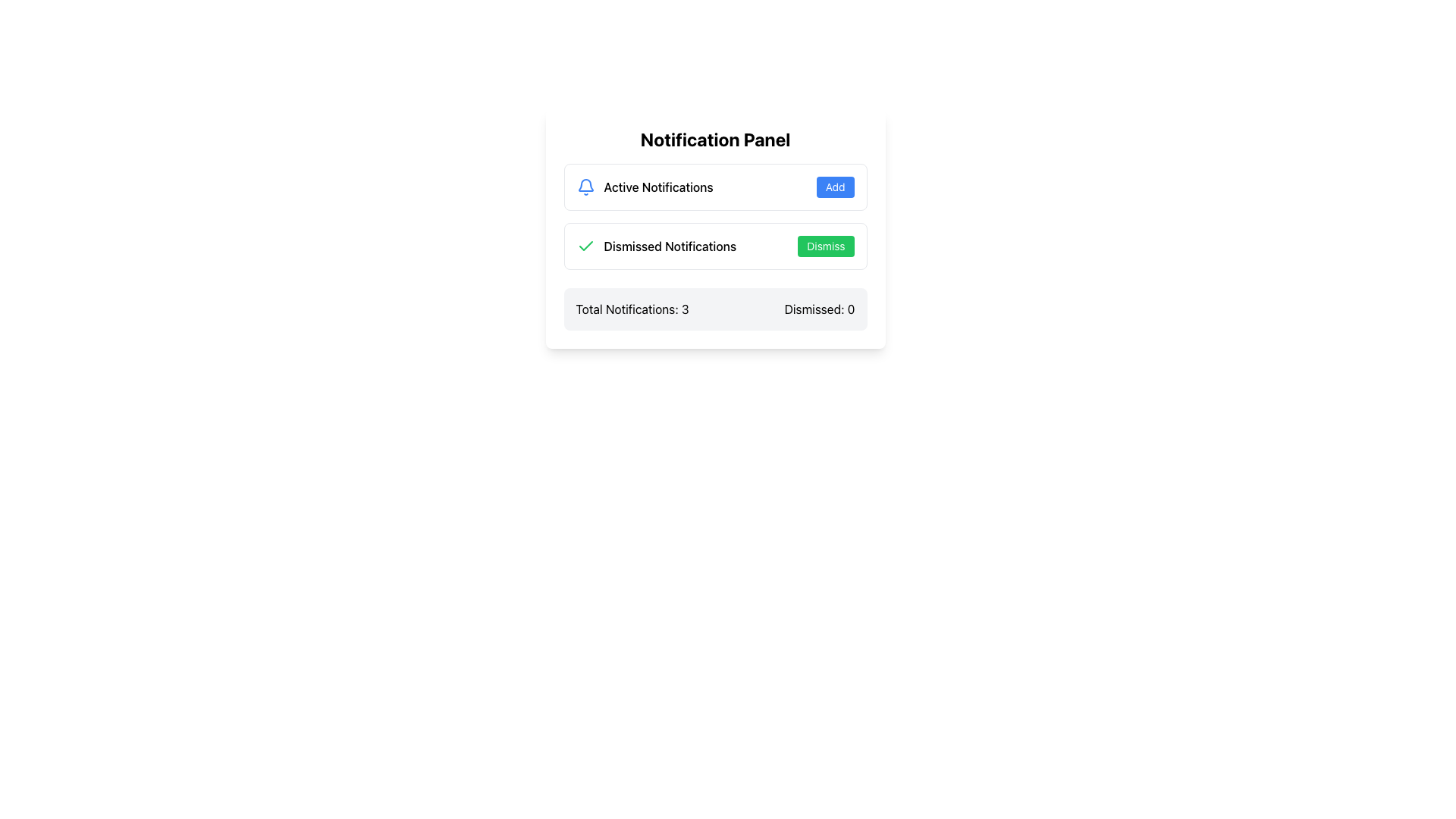 This screenshot has height=819, width=1456. Describe the element at coordinates (834, 186) in the screenshot. I see `the 'Add' button with a blue background and white text located at the top-right corner adjacent to the 'Active Notifications' section` at that location.